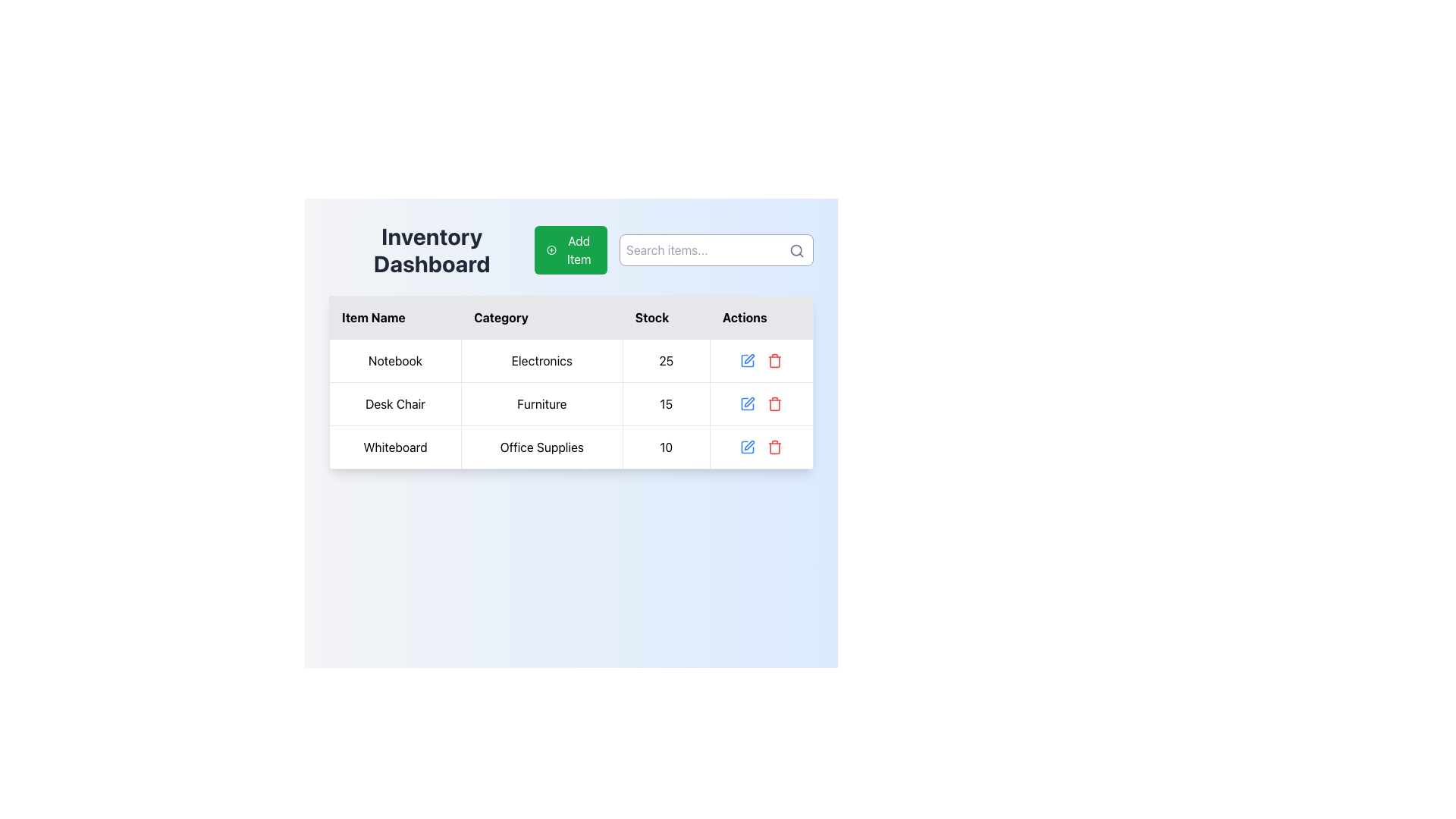  I want to click on the Text Field displaying the numerical value '15' in the 'Stock' column of the second row, adjacent to the 'Furniture' cell and associated with 'Desk Chair', so click(666, 403).